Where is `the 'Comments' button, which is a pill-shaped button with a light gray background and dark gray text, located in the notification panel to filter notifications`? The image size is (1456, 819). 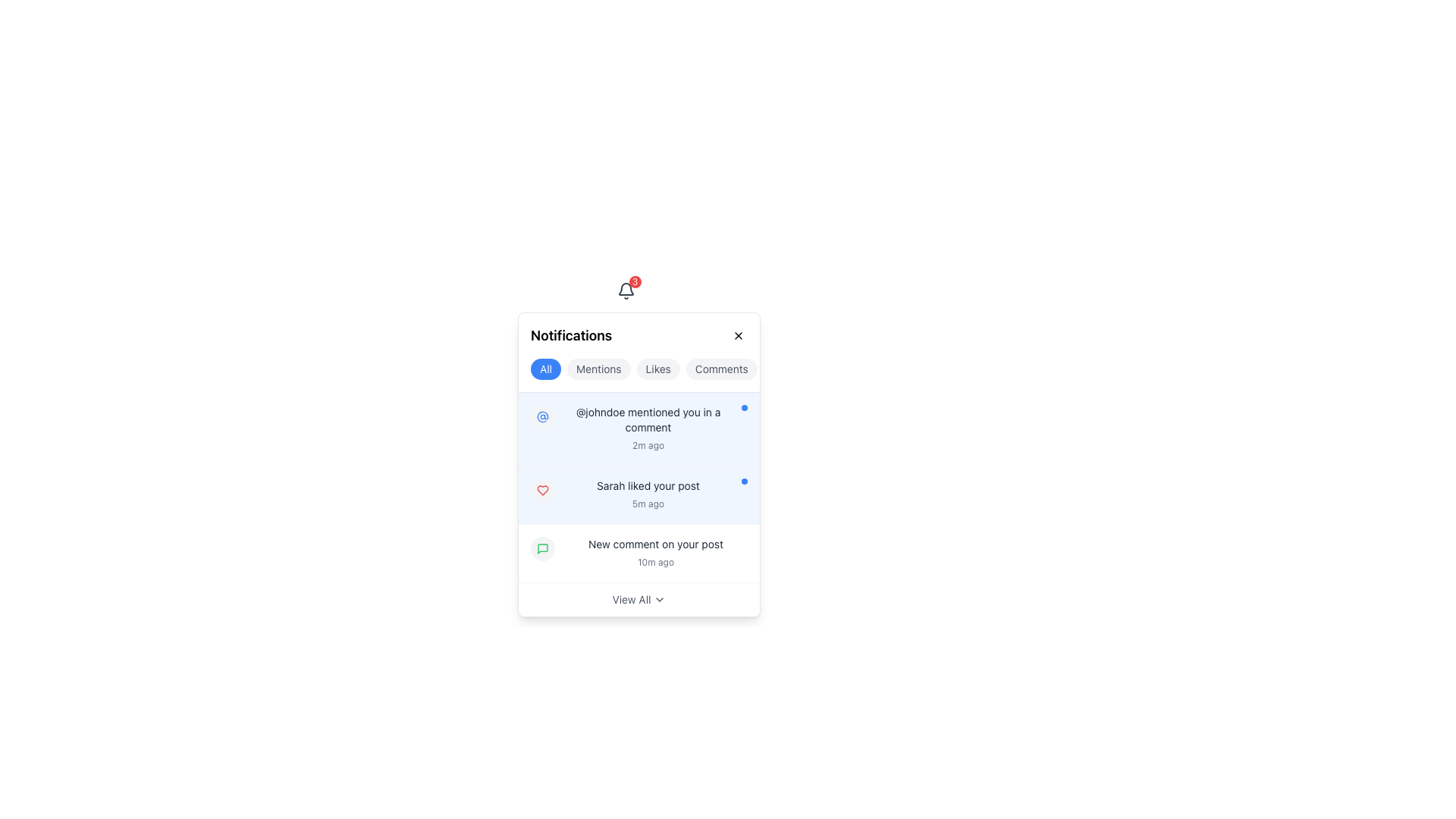 the 'Comments' button, which is a pill-shaped button with a light gray background and dark gray text, located in the notification panel to filter notifications is located at coordinates (720, 369).